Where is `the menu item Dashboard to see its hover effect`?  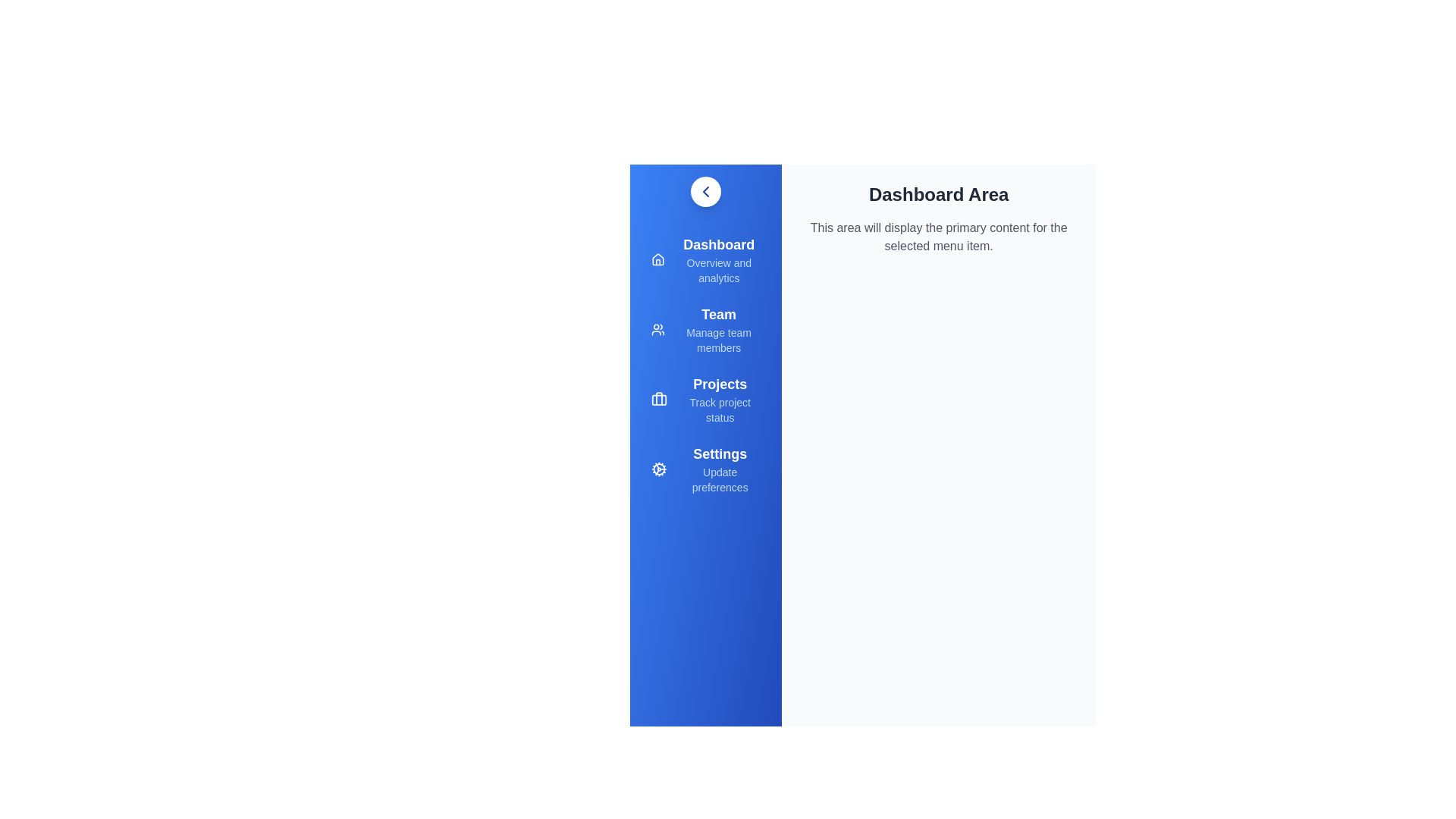 the menu item Dashboard to see its hover effect is located at coordinates (705, 259).